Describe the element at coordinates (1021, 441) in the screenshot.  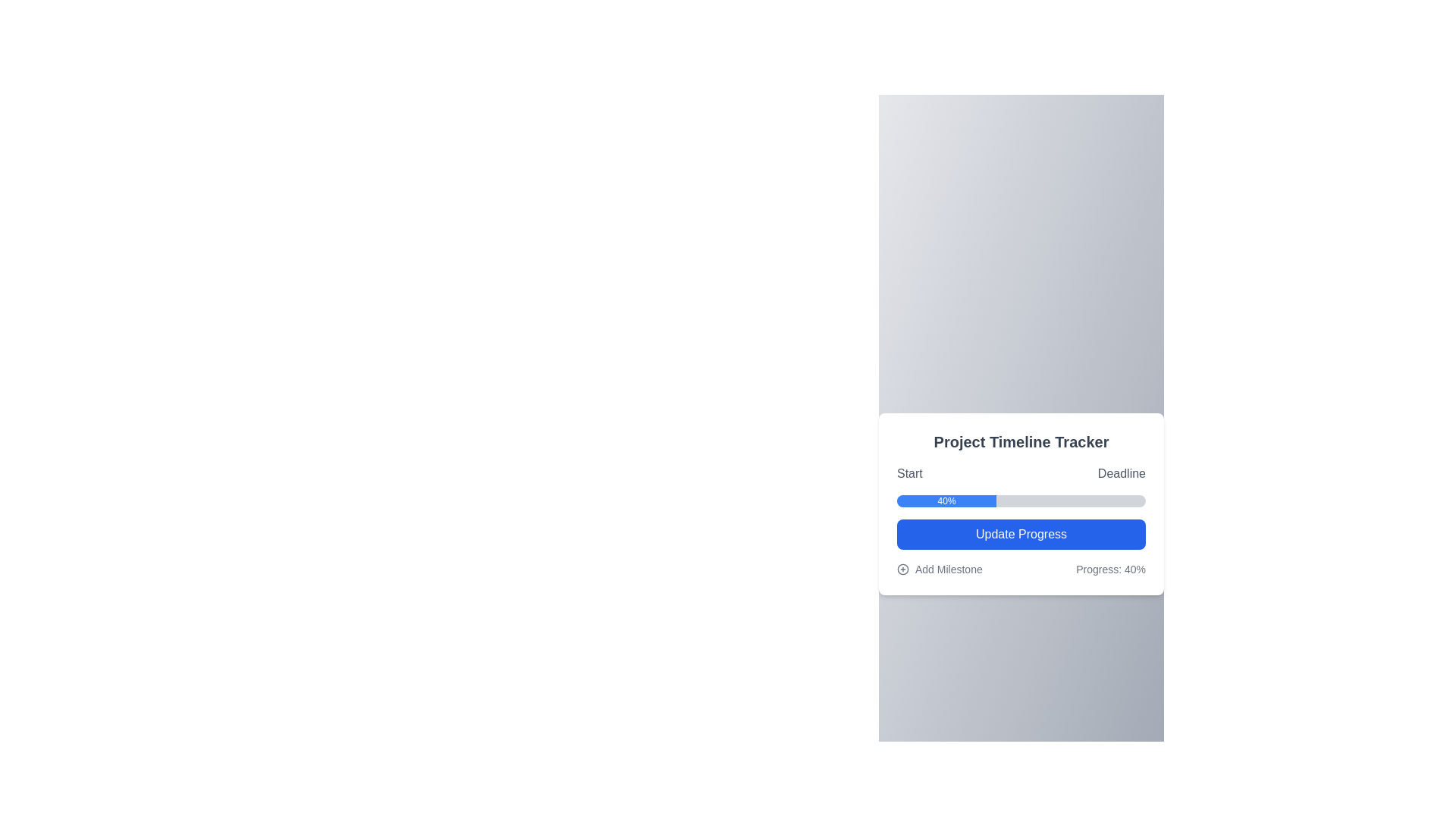
I see `the text block displaying 'Project Timeline Tracker', which is styled with a large, bold font and is located at the top of the centered card interface` at that location.